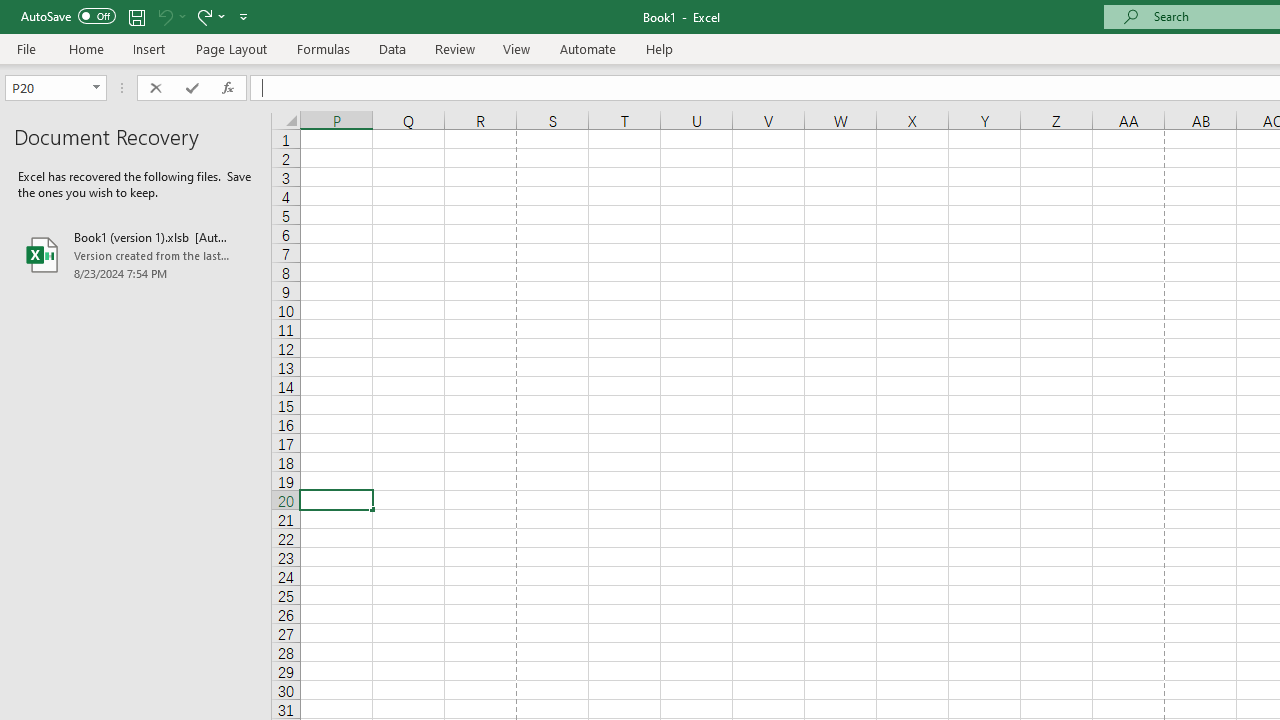 This screenshot has width=1280, height=720. What do you see at coordinates (148, 48) in the screenshot?
I see `'Insert'` at bounding box center [148, 48].